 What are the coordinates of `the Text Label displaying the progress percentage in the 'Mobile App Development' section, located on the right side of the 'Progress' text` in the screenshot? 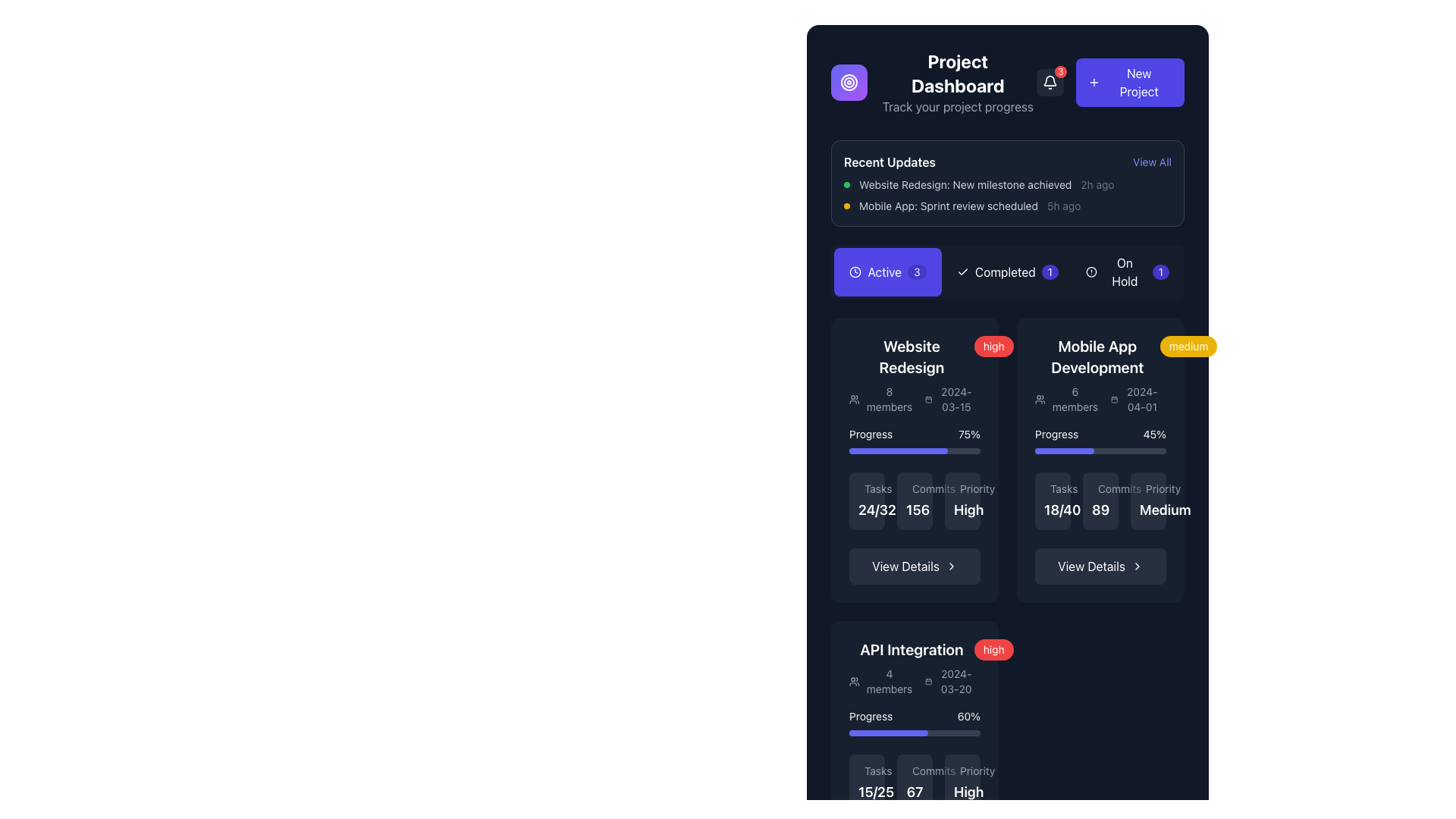 It's located at (1153, 435).